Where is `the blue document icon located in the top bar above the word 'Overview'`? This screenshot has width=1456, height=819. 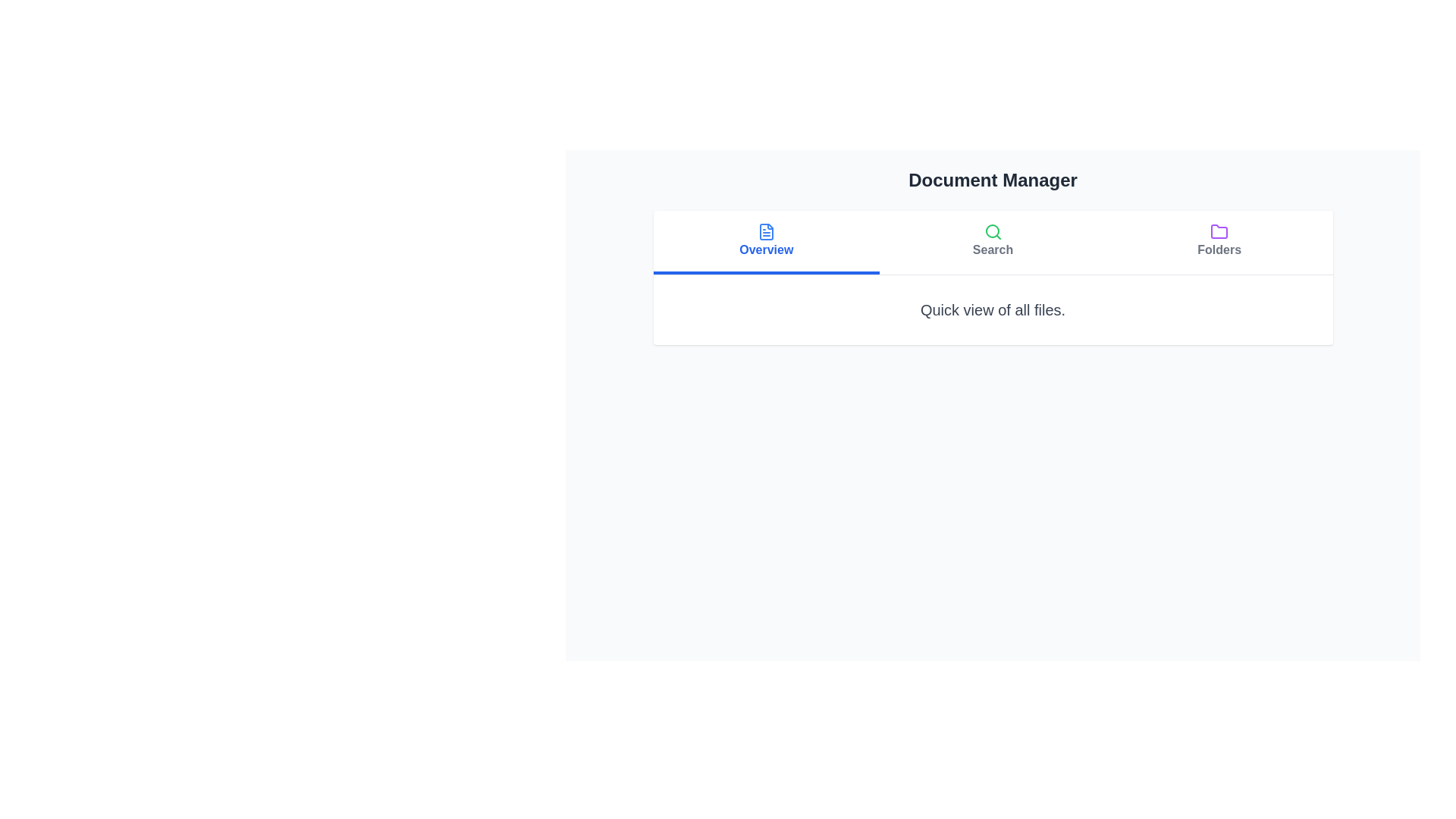
the blue document icon located in the top bar above the word 'Overview' is located at coordinates (766, 231).